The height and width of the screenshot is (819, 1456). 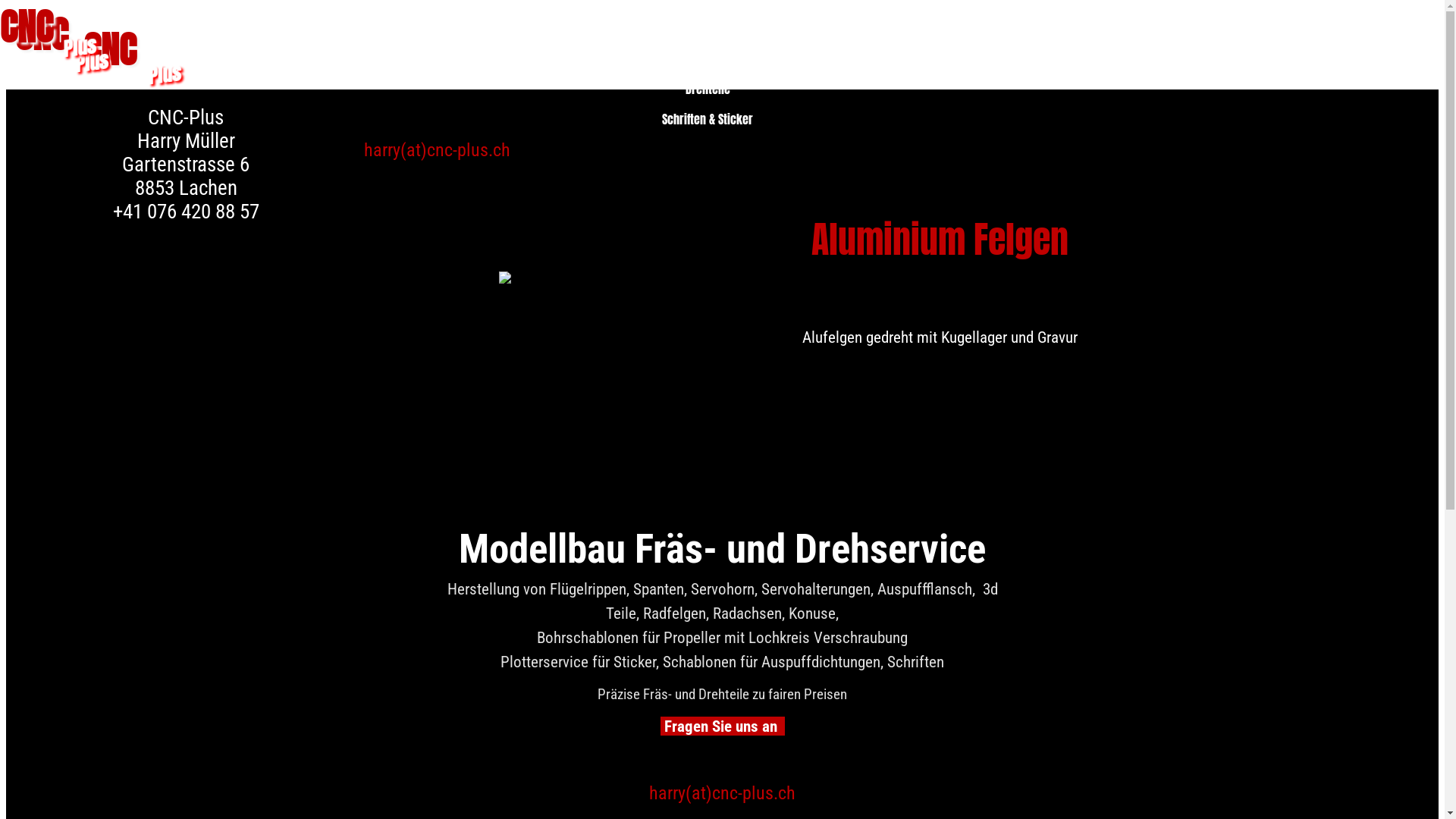 What do you see at coordinates (808, 51) in the screenshot?
I see `'Kontakt'` at bounding box center [808, 51].